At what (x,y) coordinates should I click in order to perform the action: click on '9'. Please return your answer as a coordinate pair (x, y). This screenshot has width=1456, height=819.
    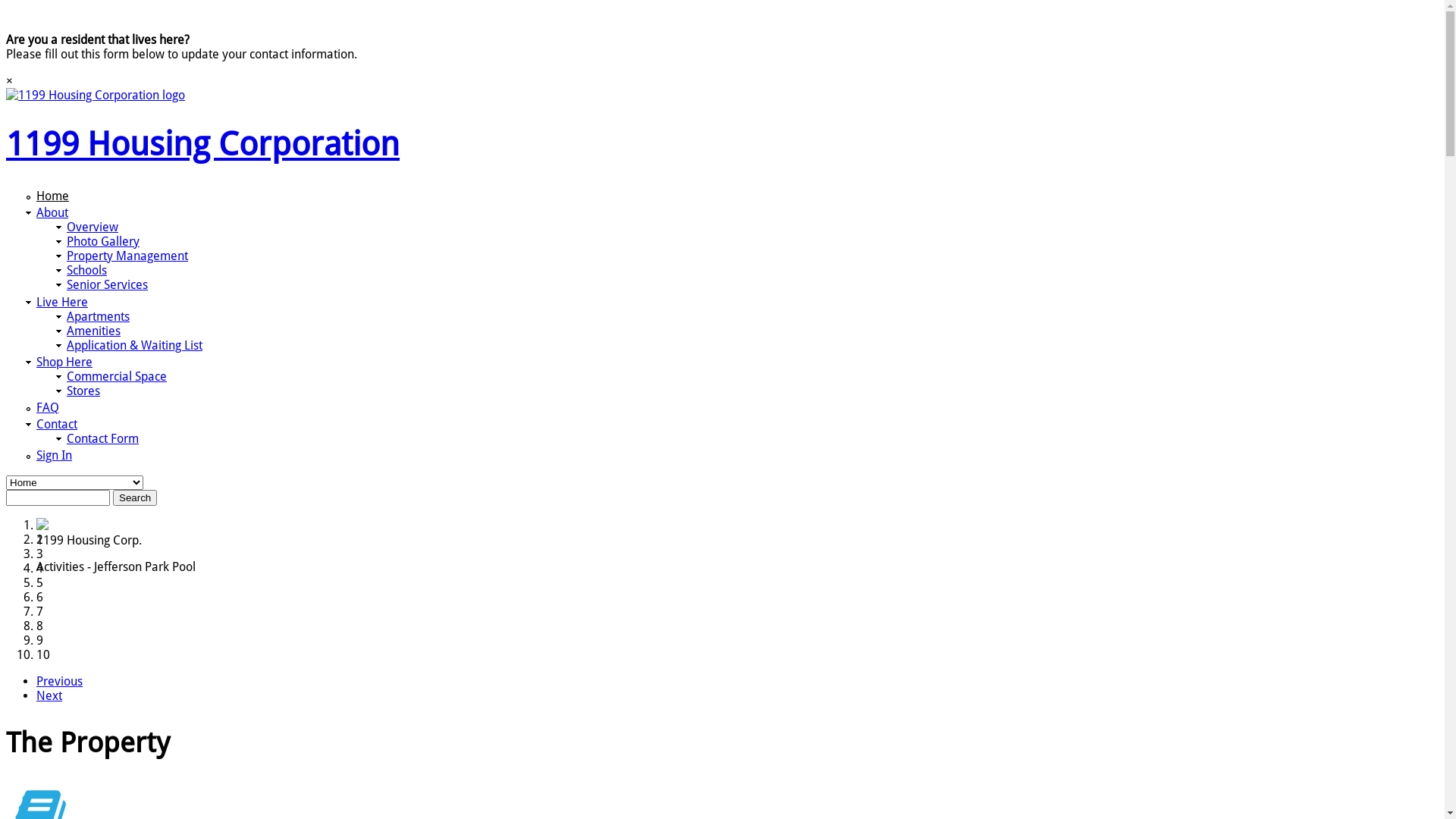
    Looking at the image, I should click on (39, 640).